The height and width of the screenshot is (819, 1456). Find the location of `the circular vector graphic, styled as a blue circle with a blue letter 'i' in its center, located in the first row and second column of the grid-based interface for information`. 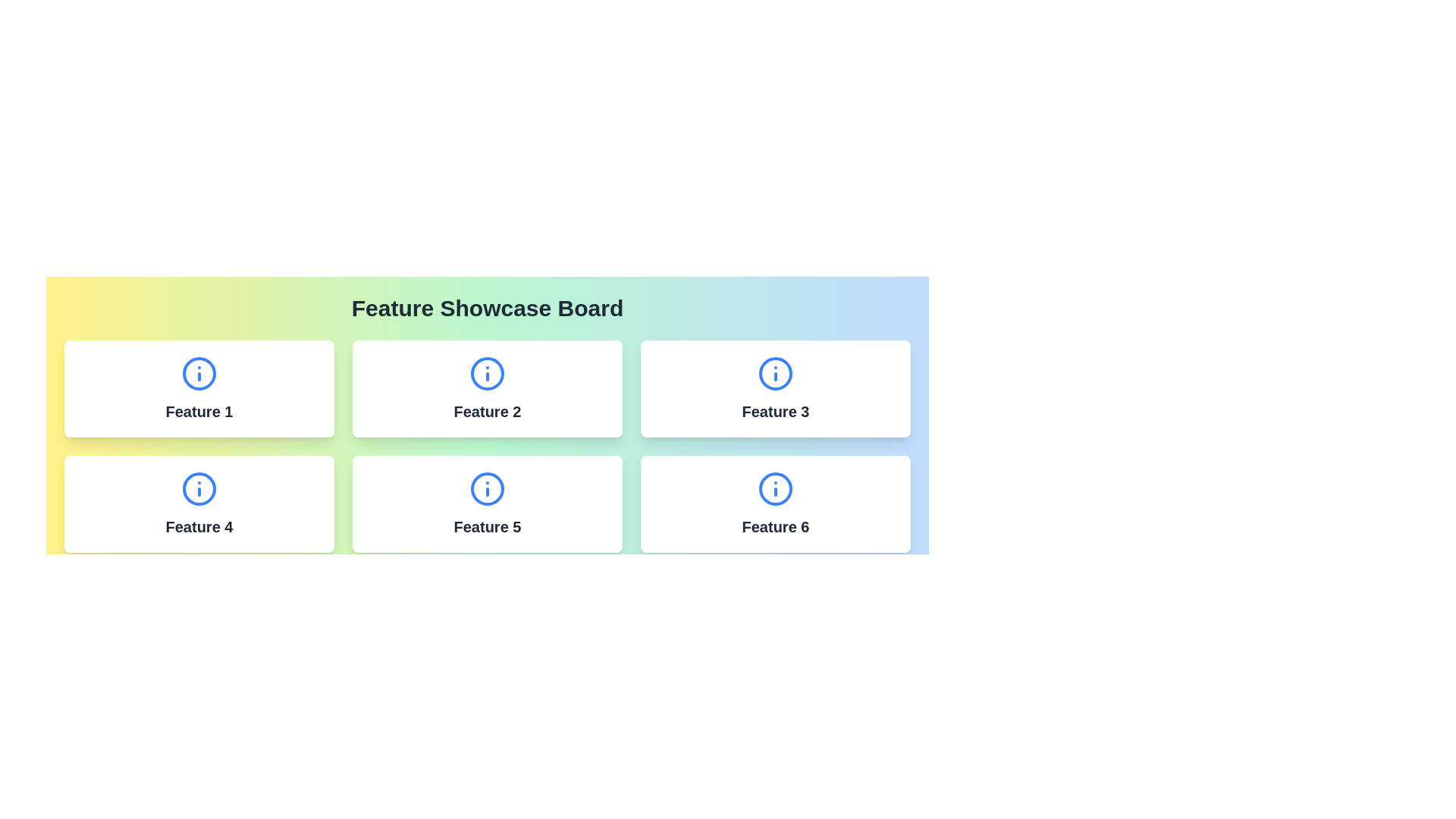

the circular vector graphic, styled as a blue circle with a blue letter 'i' in its center, located in the first row and second column of the grid-based interface for information is located at coordinates (488, 374).